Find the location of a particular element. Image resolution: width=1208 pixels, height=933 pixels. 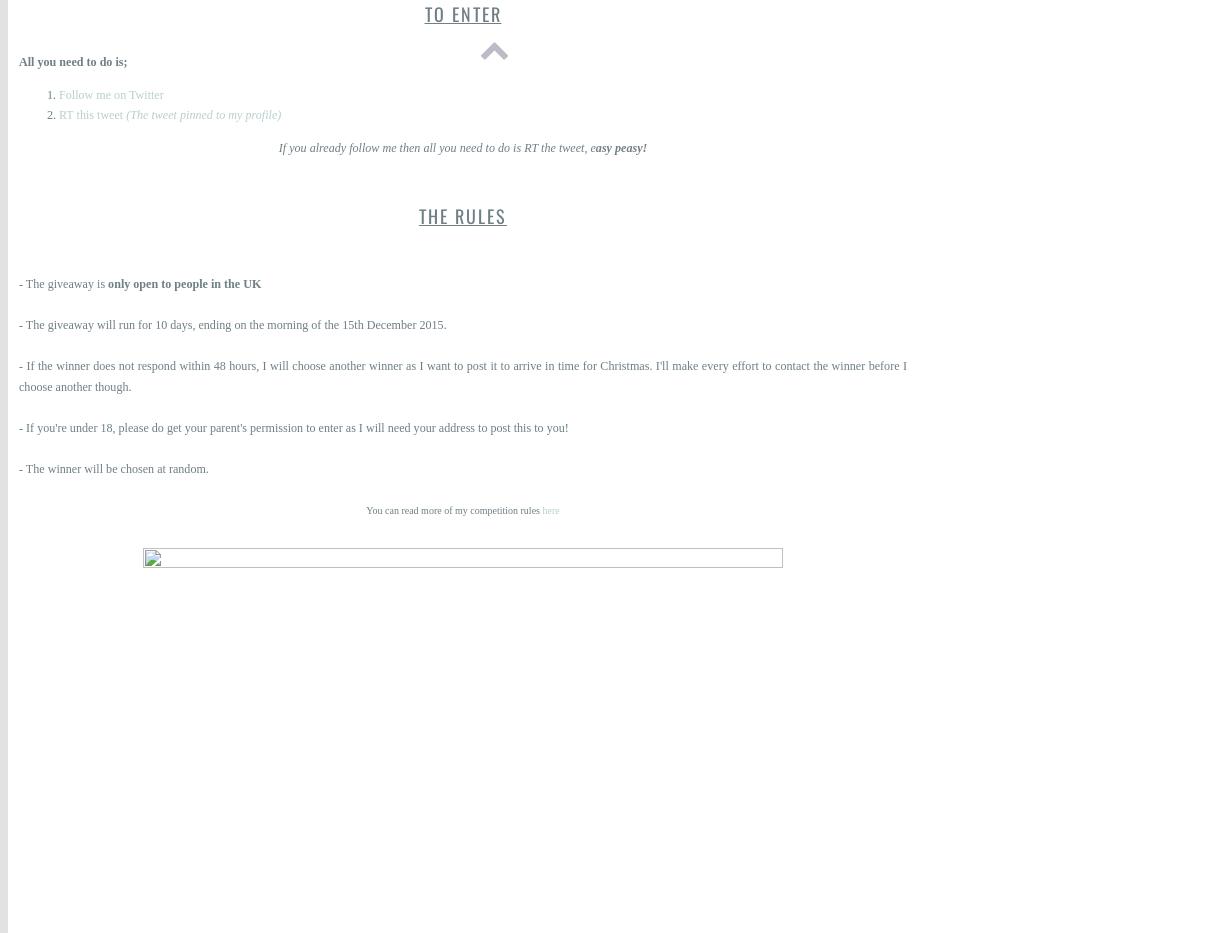

'here' is located at coordinates (550, 510).